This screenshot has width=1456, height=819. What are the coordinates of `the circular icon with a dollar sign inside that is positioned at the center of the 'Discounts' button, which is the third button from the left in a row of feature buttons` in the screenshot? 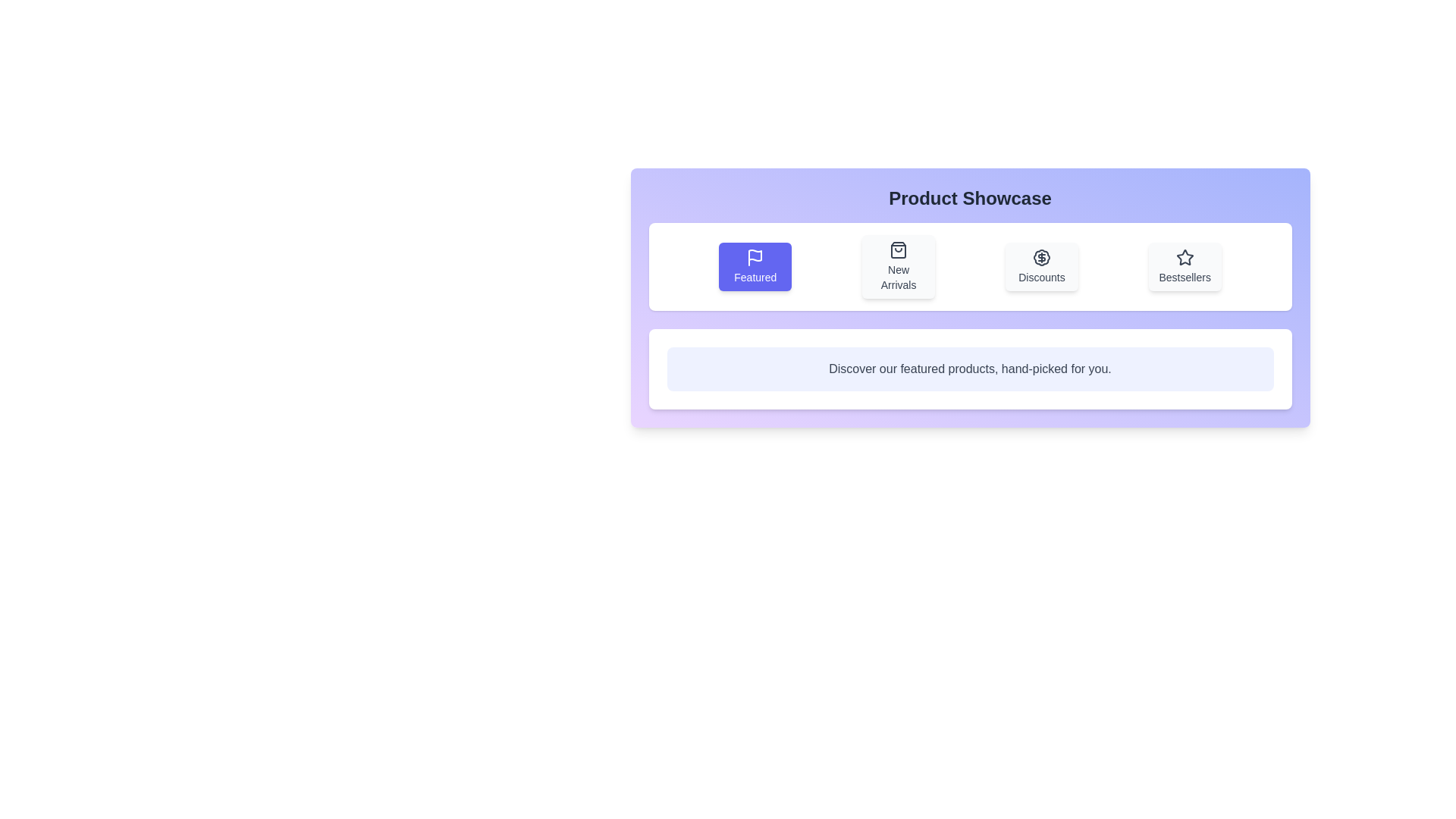 It's located at (1040, 256).